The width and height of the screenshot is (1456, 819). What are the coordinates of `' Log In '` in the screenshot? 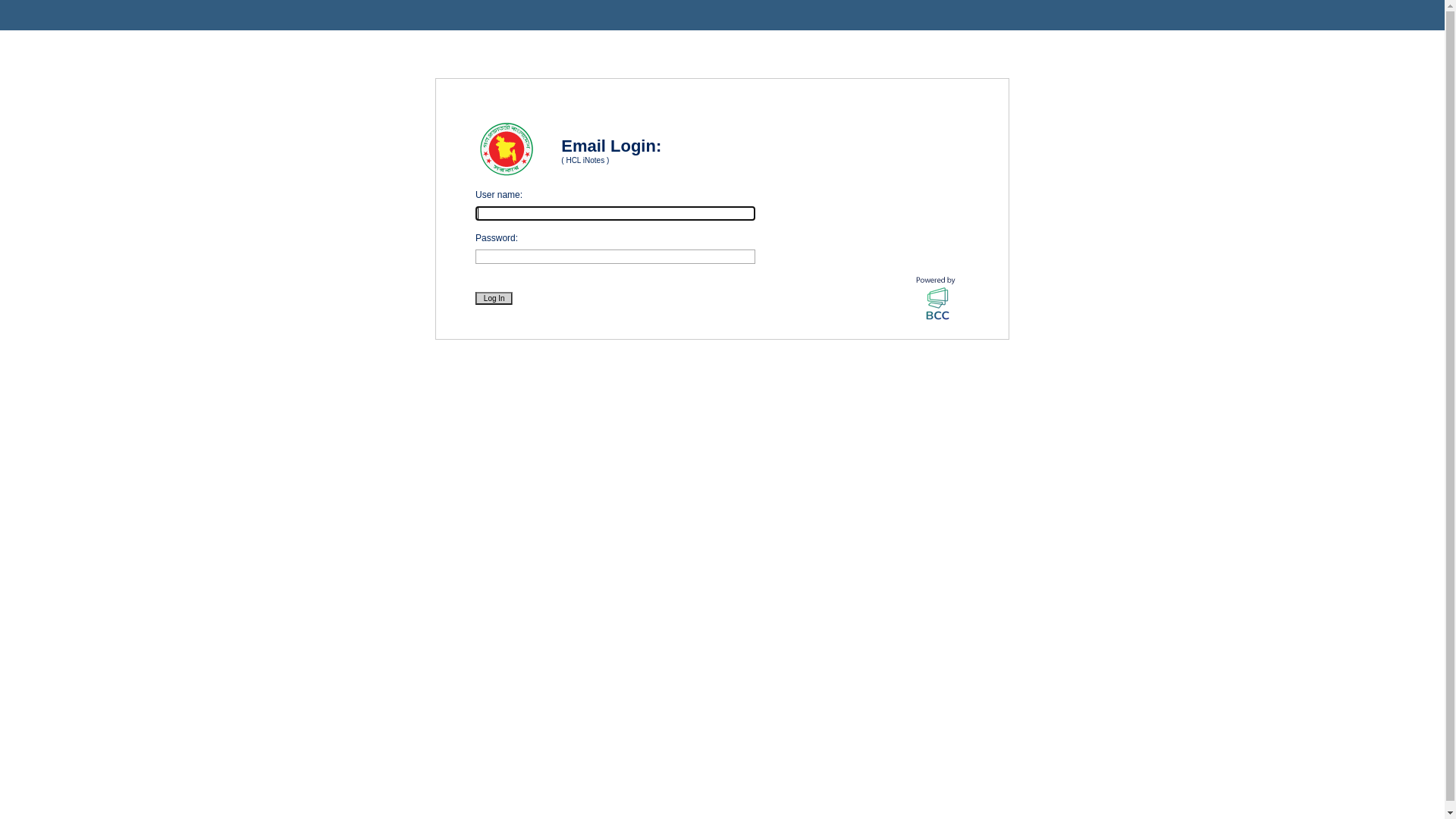 It's located at (475, 298).